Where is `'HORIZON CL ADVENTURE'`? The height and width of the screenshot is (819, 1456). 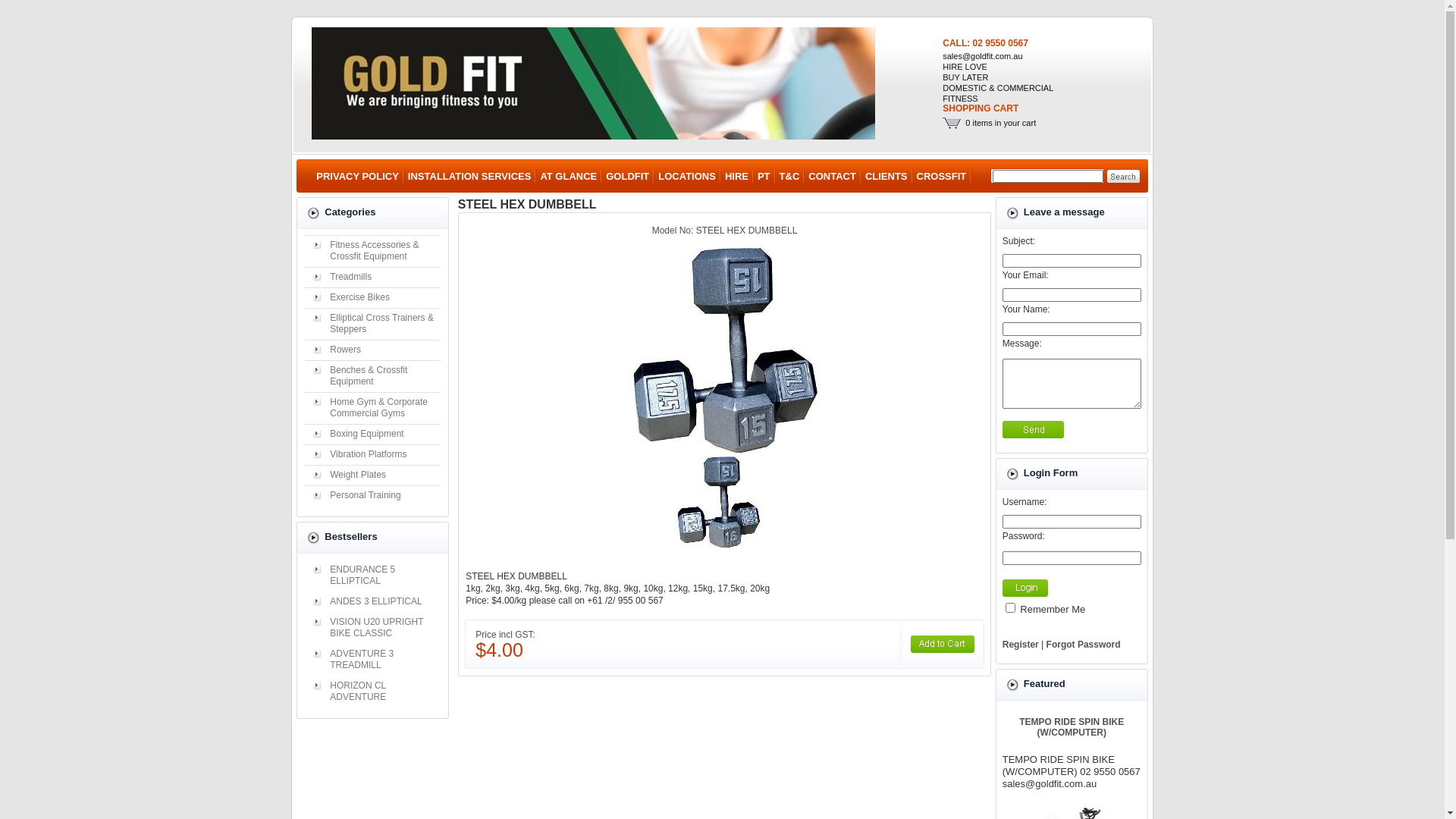 'HORIZON CL ADVENTURE' is located at coordinates (372, 691).